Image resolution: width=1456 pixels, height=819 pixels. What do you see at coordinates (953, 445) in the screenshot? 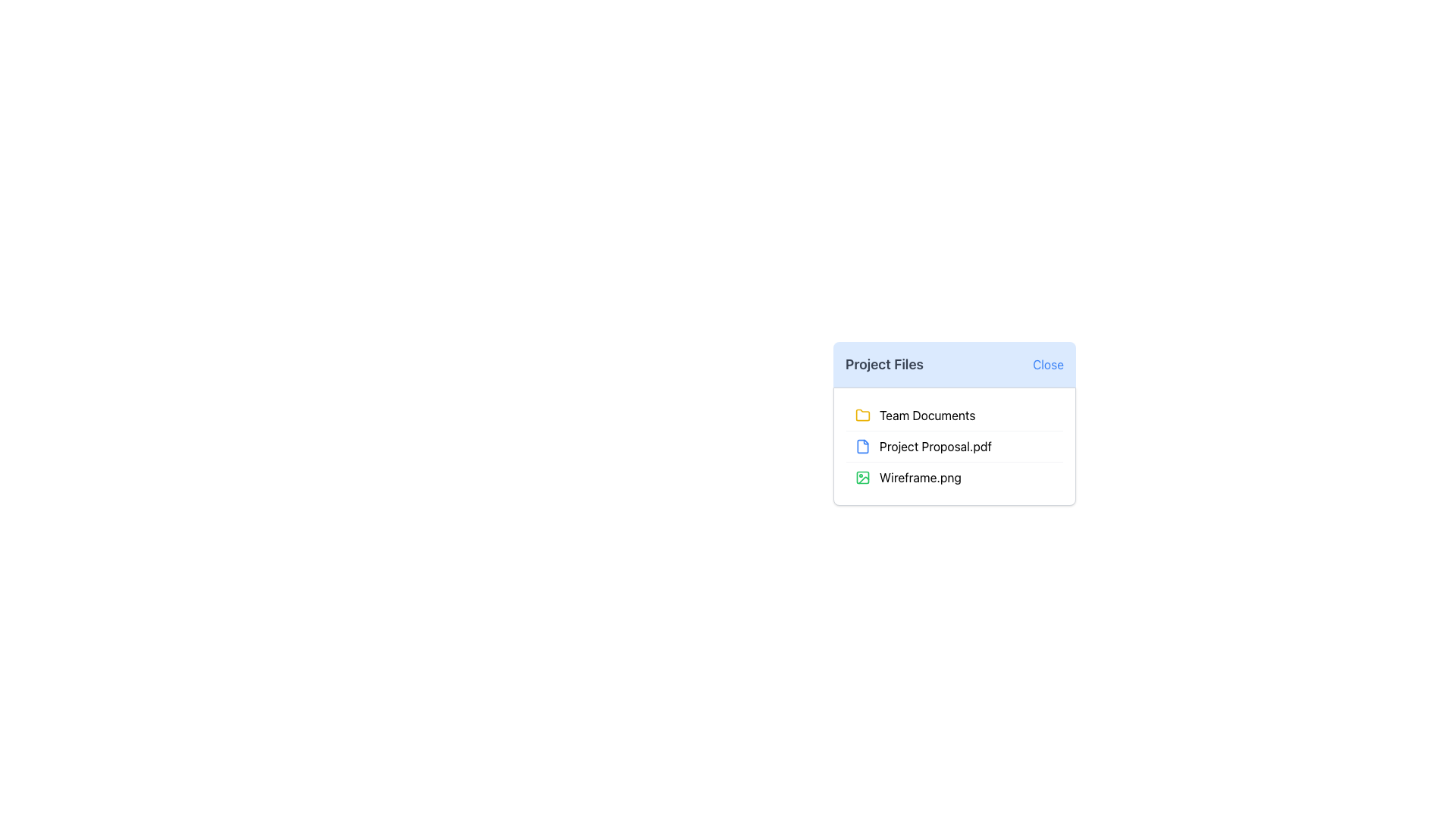
I see `the document labeled 'Project Proposal.pdf' in the 'Project Files' list` at bounding box center [953, 445].